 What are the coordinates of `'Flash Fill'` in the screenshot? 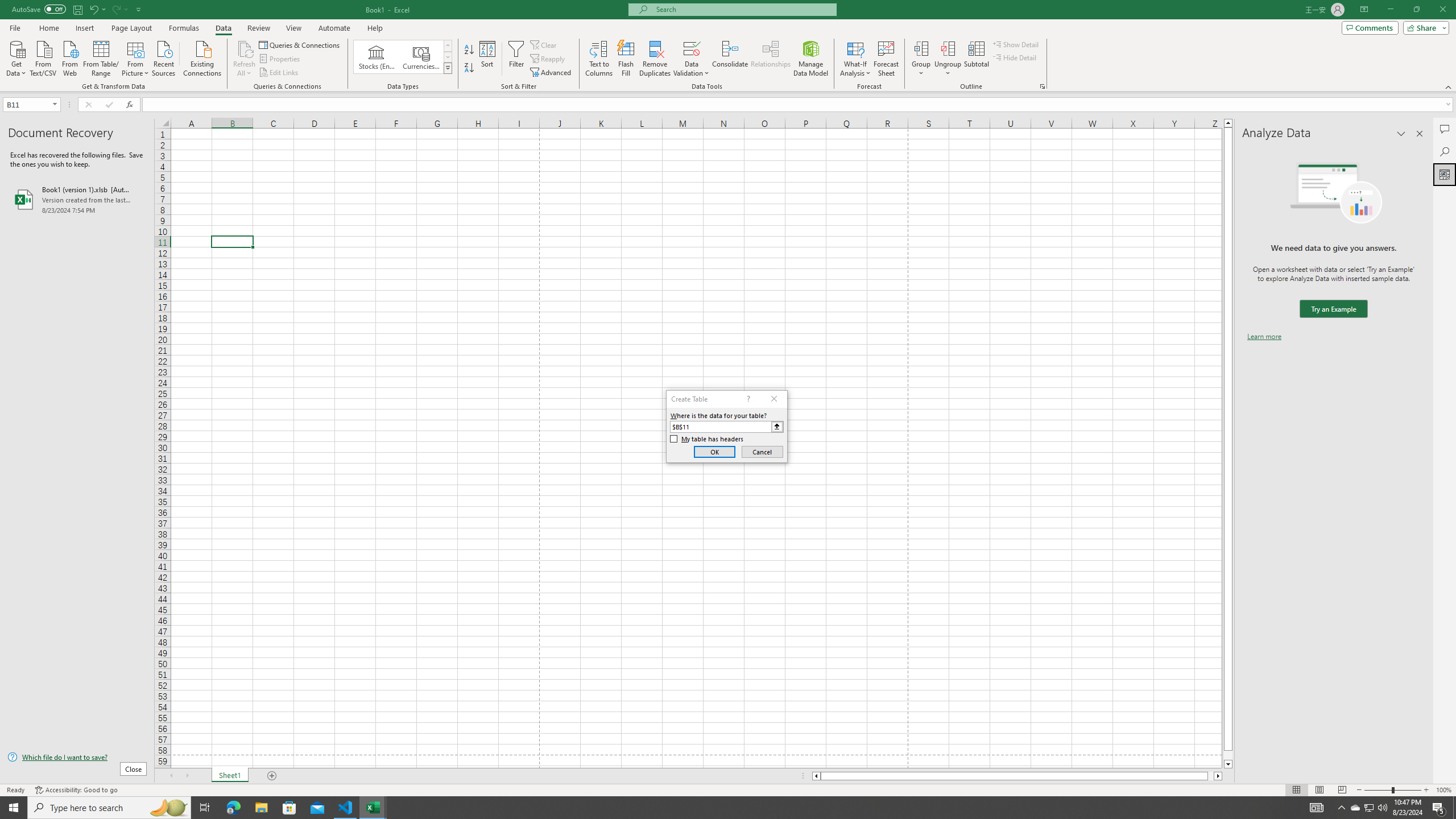 It's located at (626, 59).